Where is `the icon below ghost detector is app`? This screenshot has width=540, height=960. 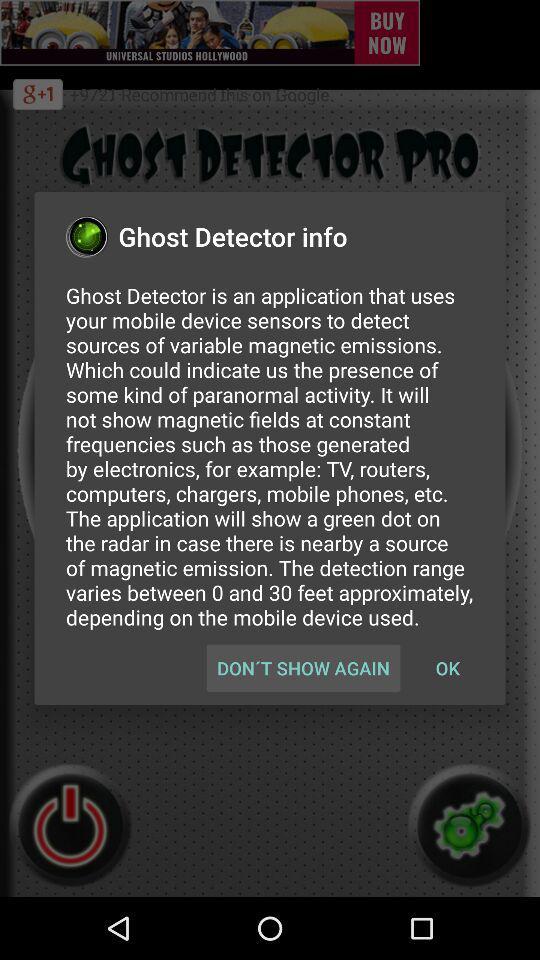 the icon below ghost detector is app is located at coordinates (447, 668).